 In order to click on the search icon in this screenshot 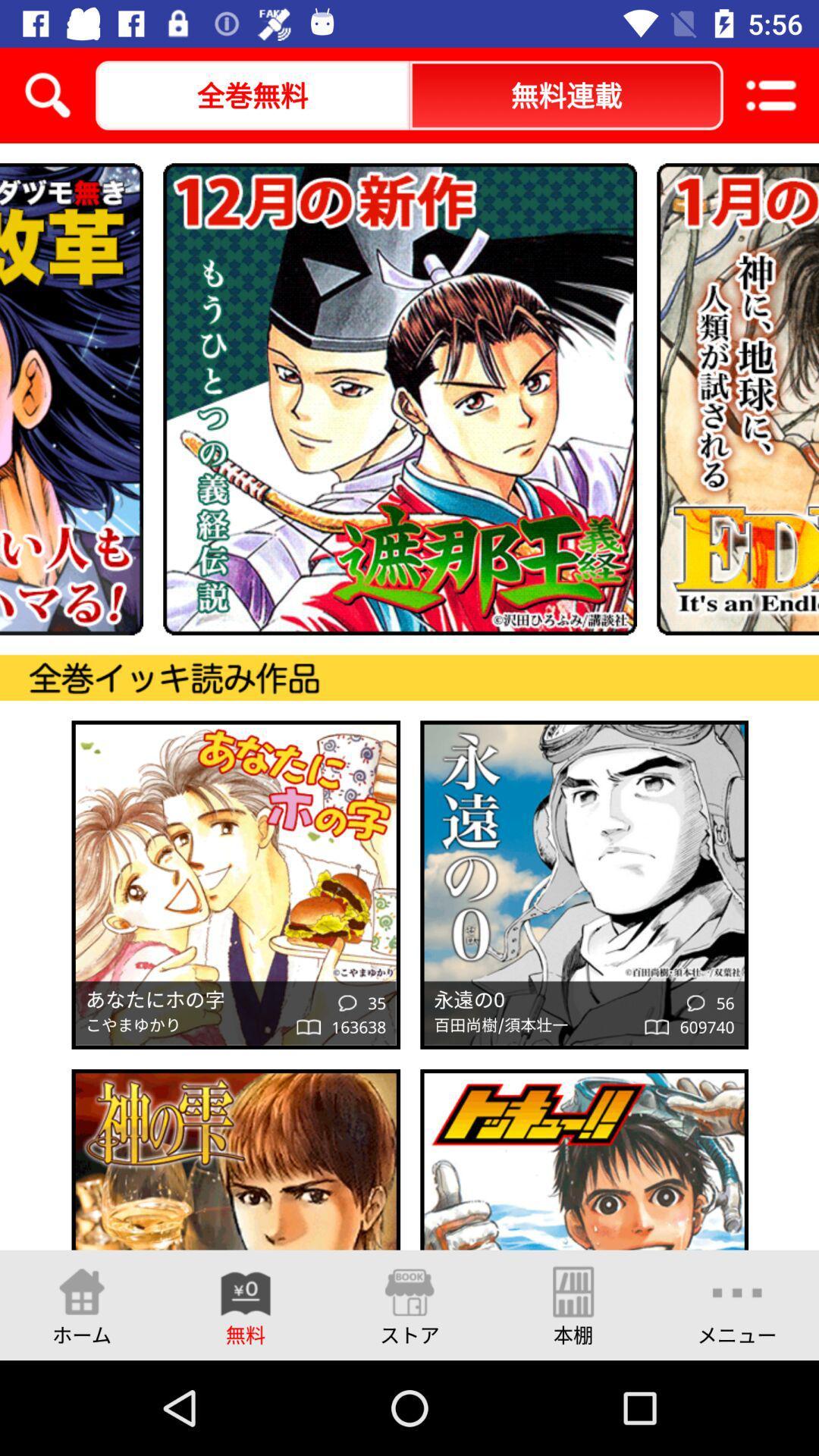, I will do `click(46, 94)`.